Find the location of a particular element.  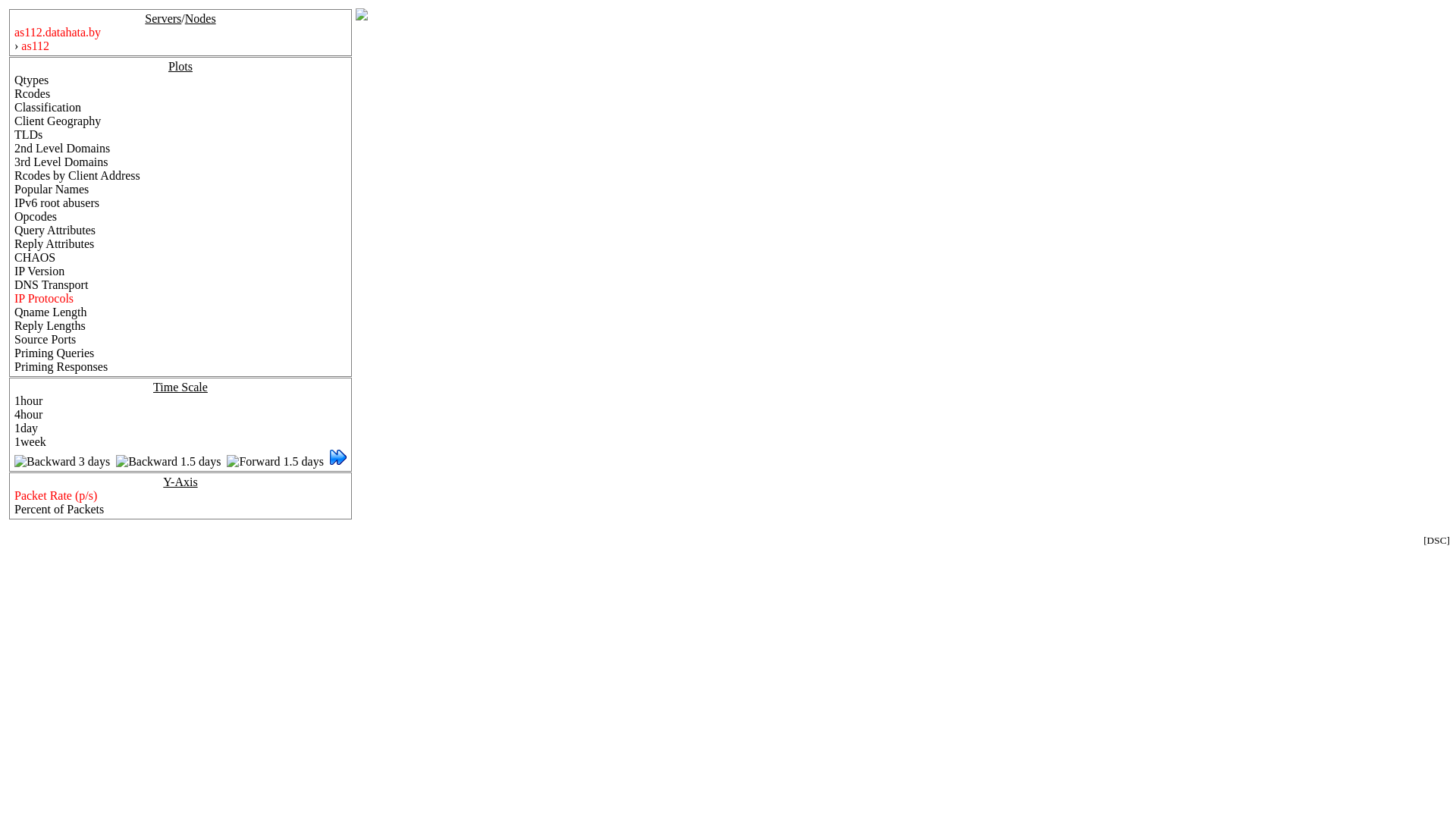

'Backward 3 days' is located at coordinates (61, 460).